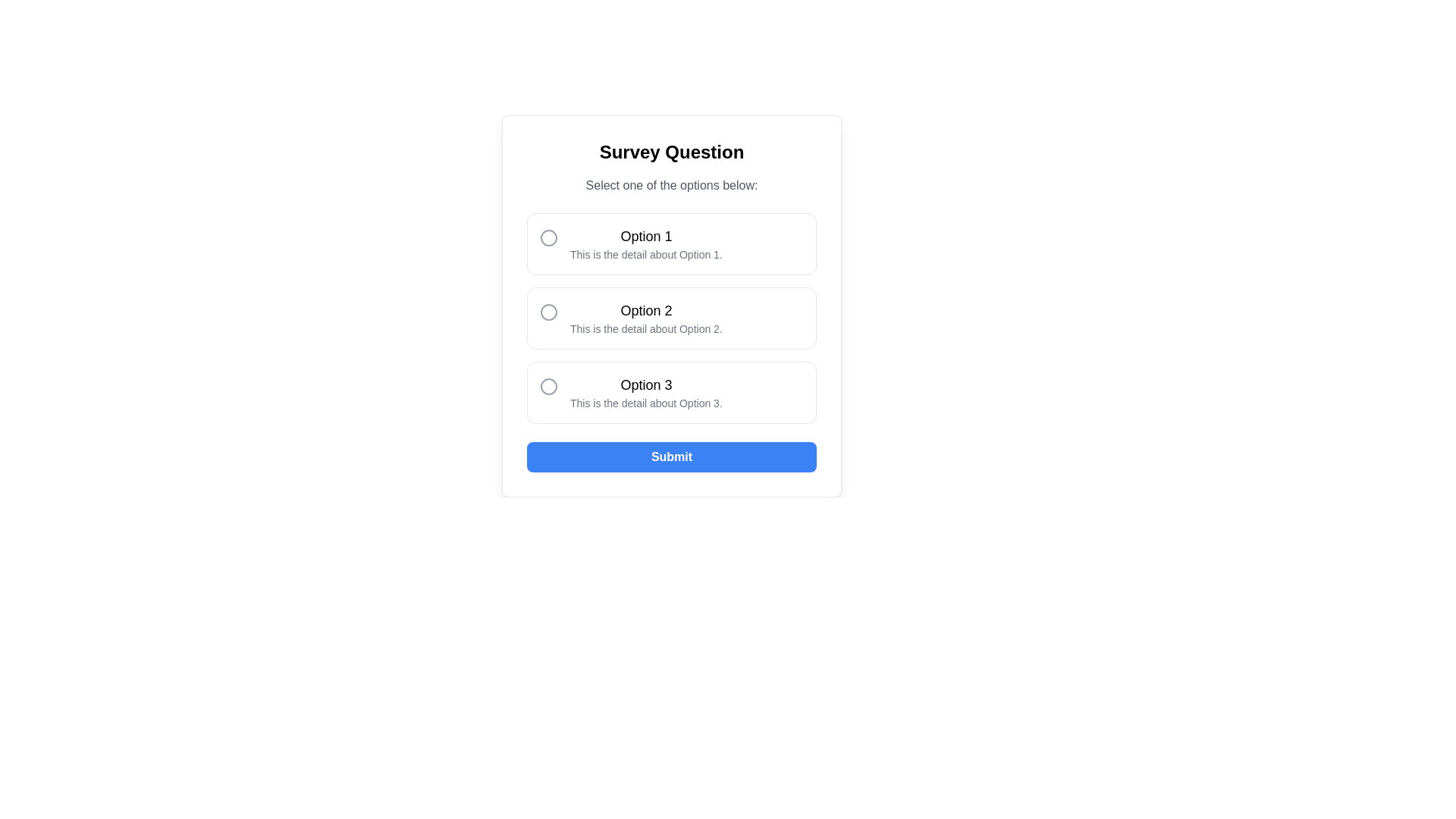  Describe the element at coordinates (646, 403) in the screenshot. I see `the static text label providing details about 'Option 3', which is located directly below the selectable option labeled 'Option 3'` at that location.